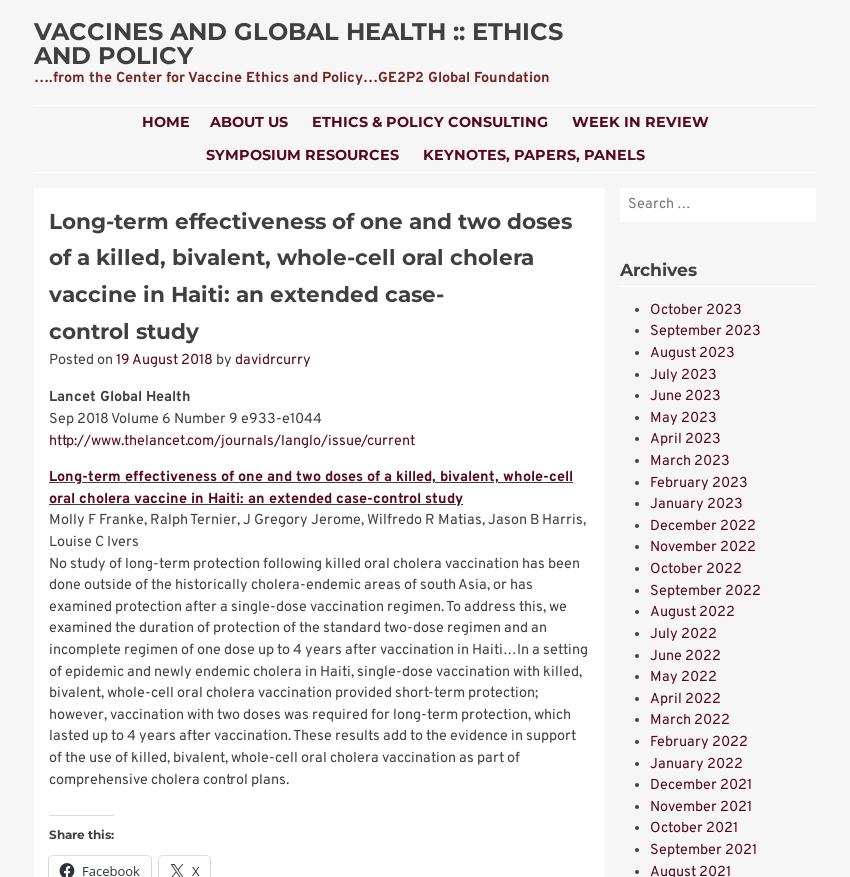 This screenshot has width=850, height=877. I want to click on 'October 2023', so click(694, 308).